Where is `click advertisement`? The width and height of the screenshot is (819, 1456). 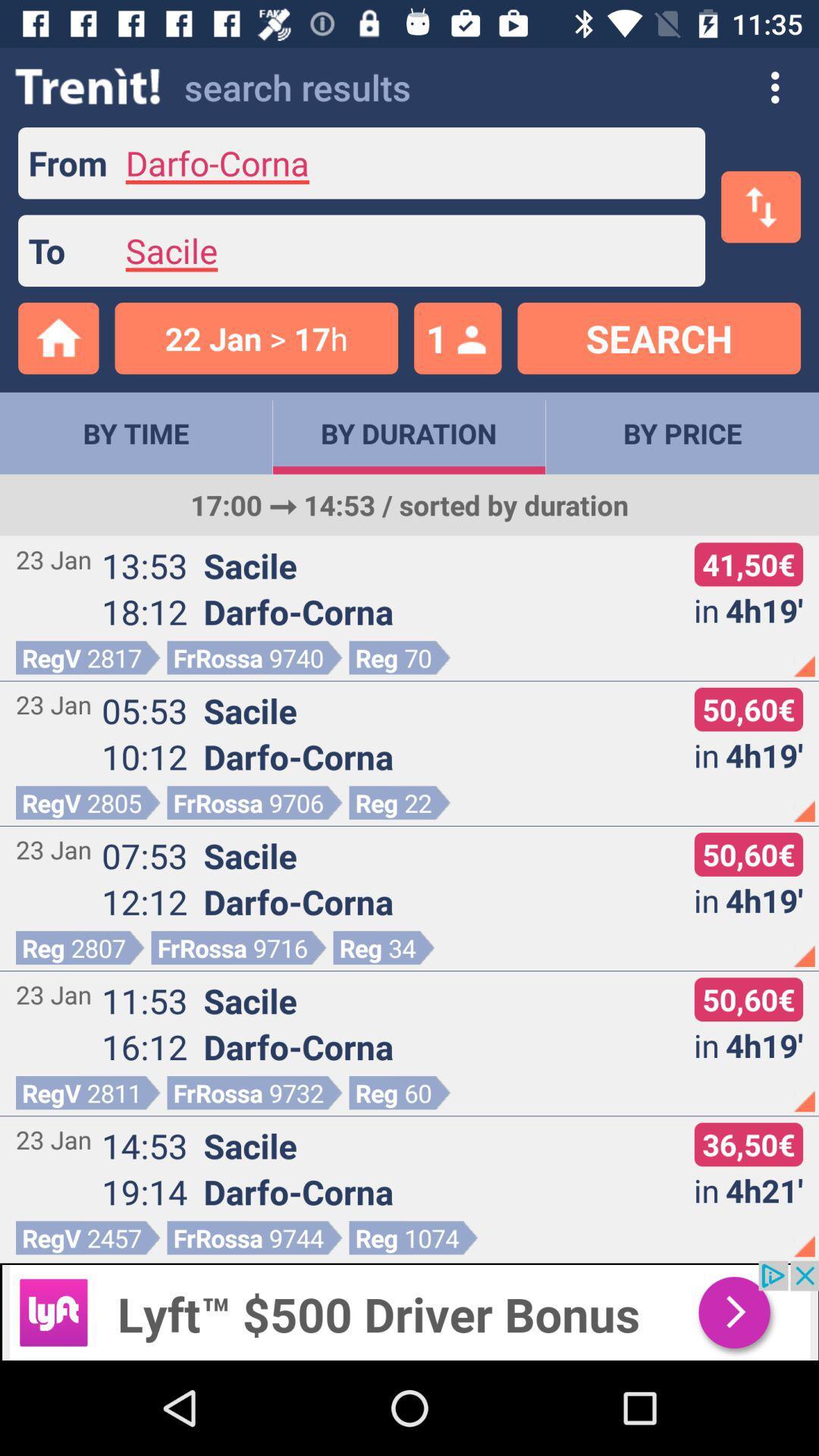
click advertisement is located at coordinates (409, 1310).